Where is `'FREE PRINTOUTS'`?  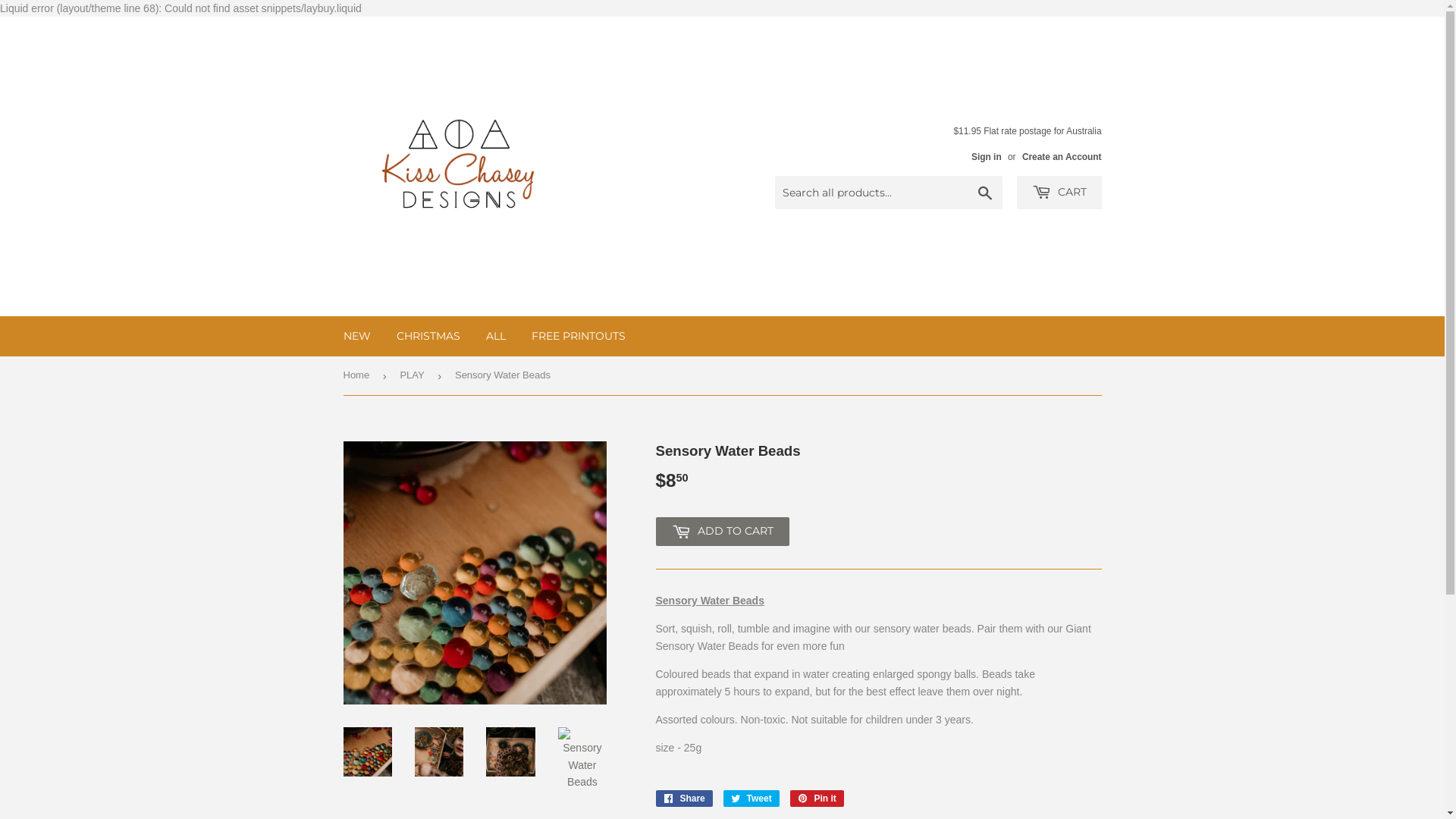 'FREE PRINTOUTS' is located at coordinates (578, 335).